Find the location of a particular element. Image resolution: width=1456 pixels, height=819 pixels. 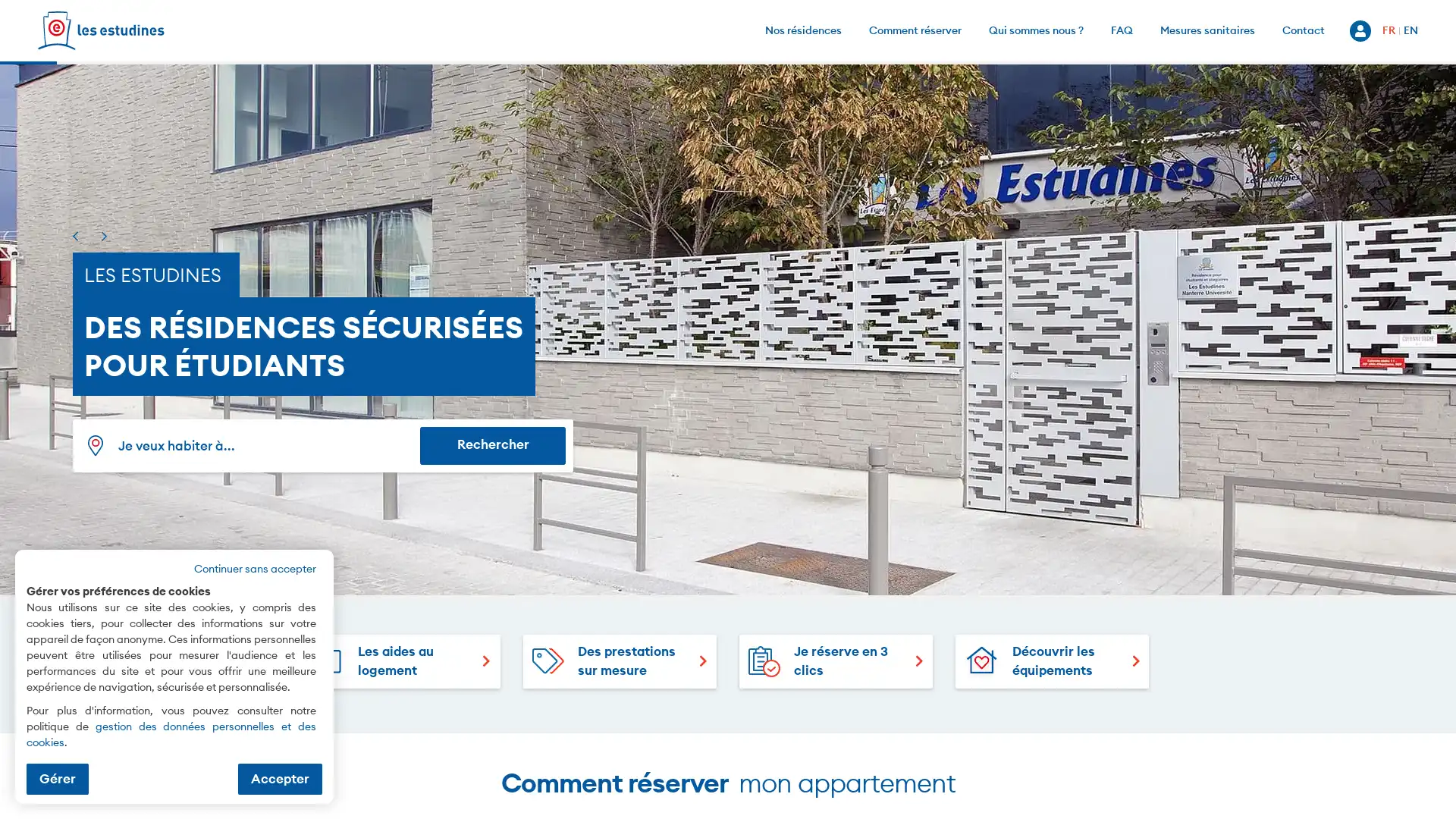

Next is located at coordinates (103, 236).